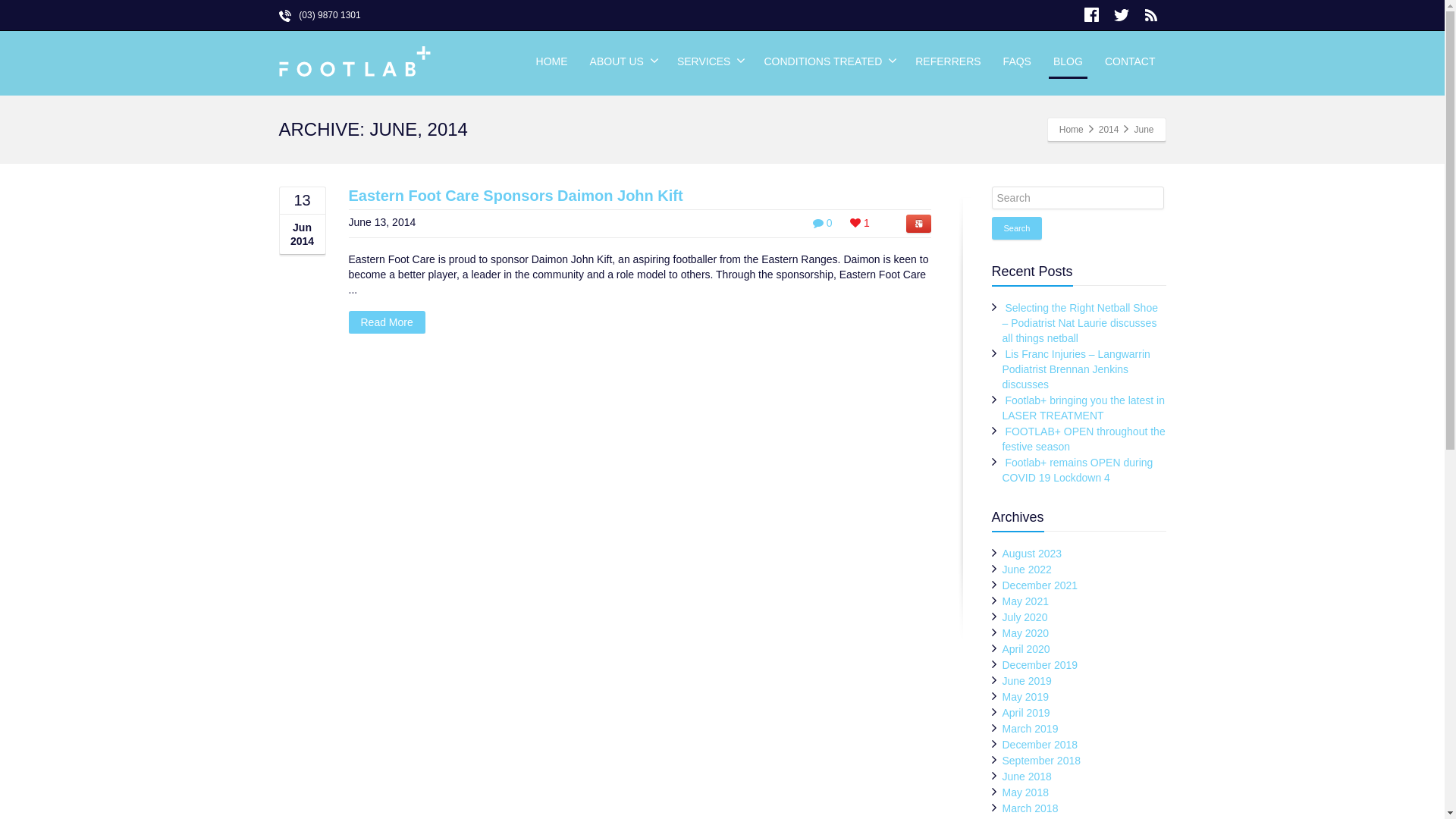 This screenshot has width=1456, height=819. Describe the element at coordinates (1040, 744) in the screenshot. I see `'December 2018'` at that location.